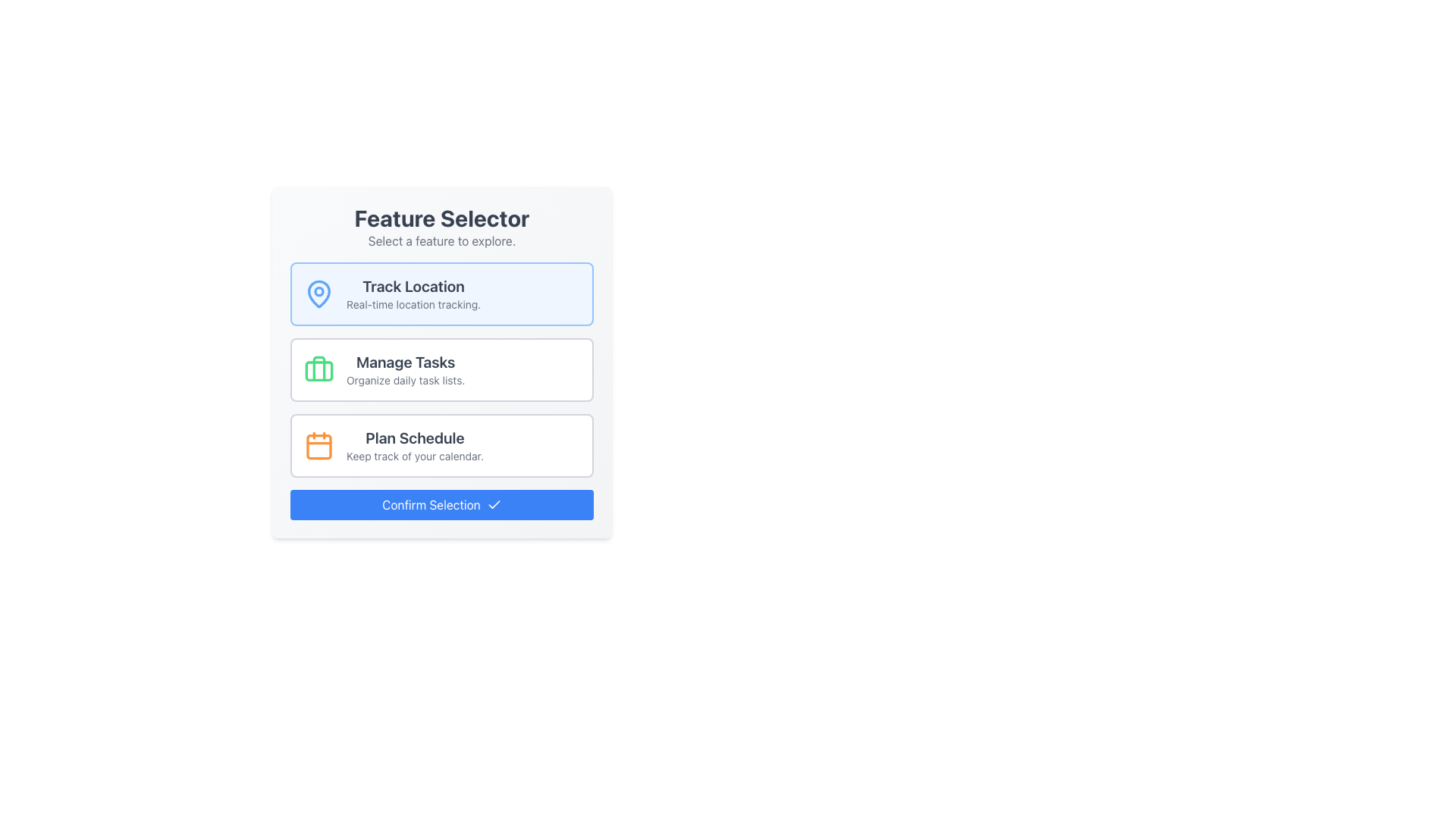 Image resolution: width=1456 pixels, height=819 pixels. What do you see at coordinates (318, 294) in the screenshot?
I see `the blue pin-shaped icon representing 'Track Location' in the 'Feature Selector' panel` at bounding box center [318, 294].